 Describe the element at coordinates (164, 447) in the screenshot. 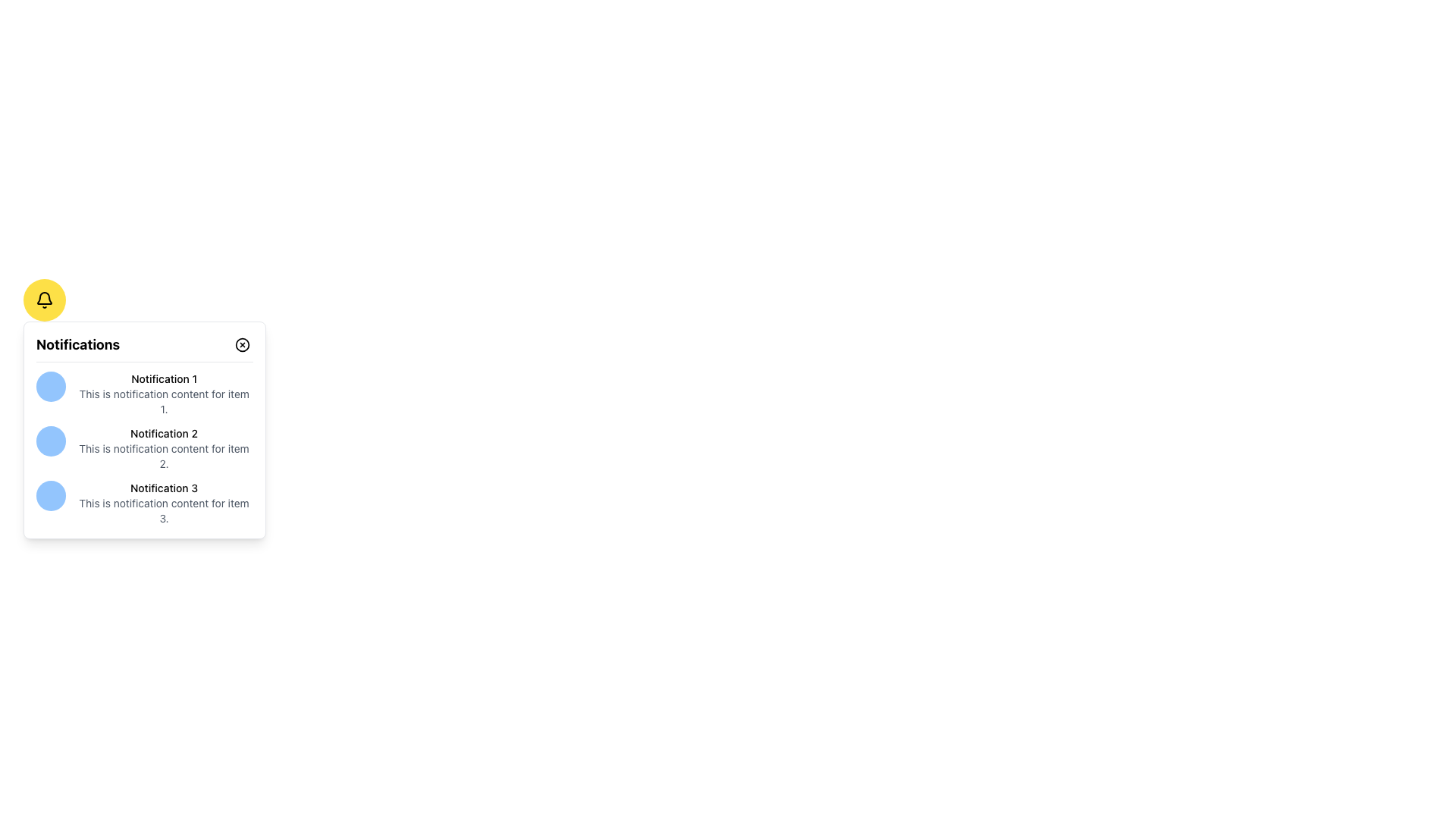

I see `the second notification list item in the notification panel, which contains a title and description, positioned between 'Notification 1' and 'Notification 3'` at that location.